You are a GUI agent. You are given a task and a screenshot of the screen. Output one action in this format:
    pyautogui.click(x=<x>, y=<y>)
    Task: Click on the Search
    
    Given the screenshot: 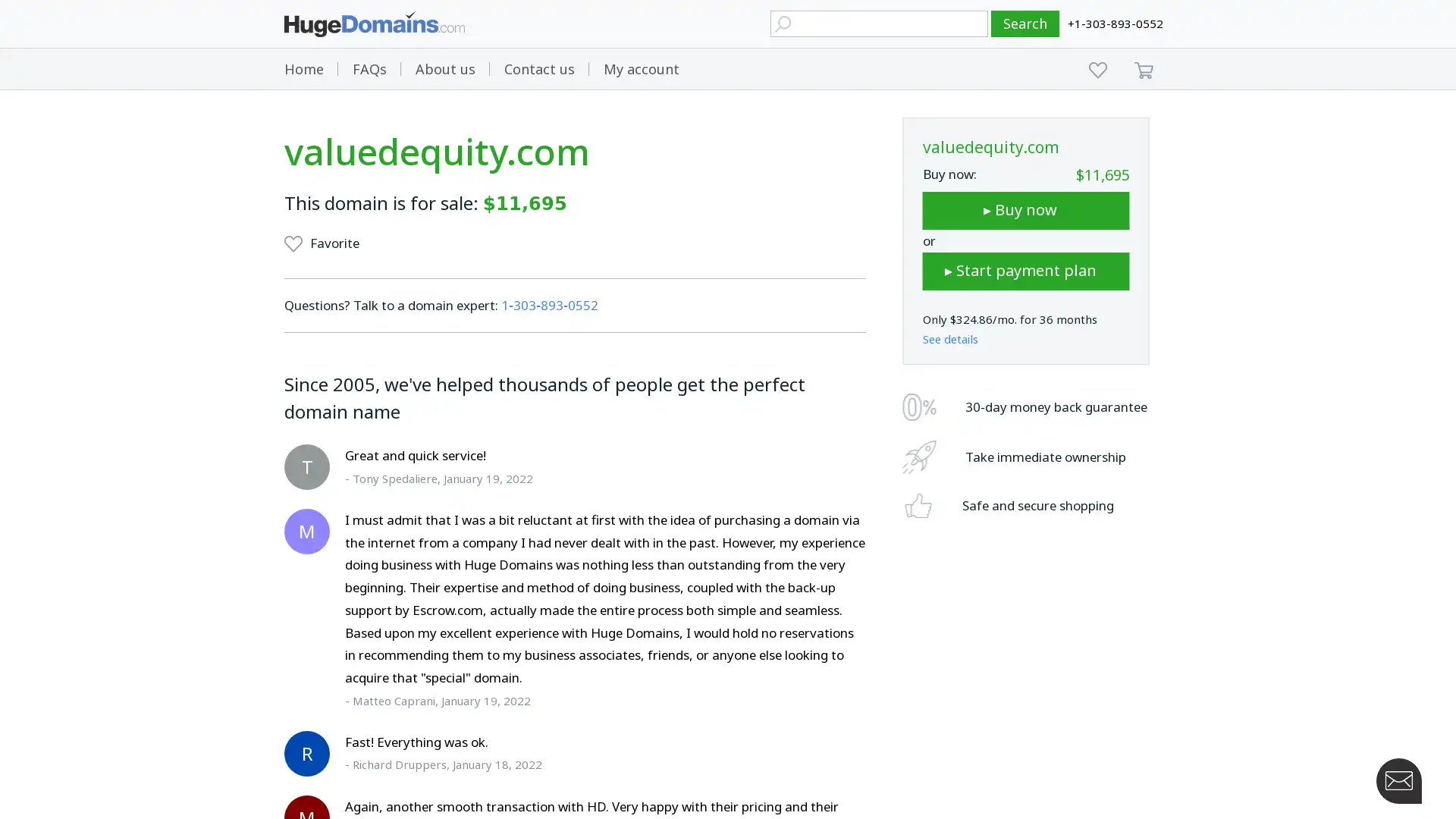 What is the action you would take?
    pyautogui.click(x=1025, y=24)
    